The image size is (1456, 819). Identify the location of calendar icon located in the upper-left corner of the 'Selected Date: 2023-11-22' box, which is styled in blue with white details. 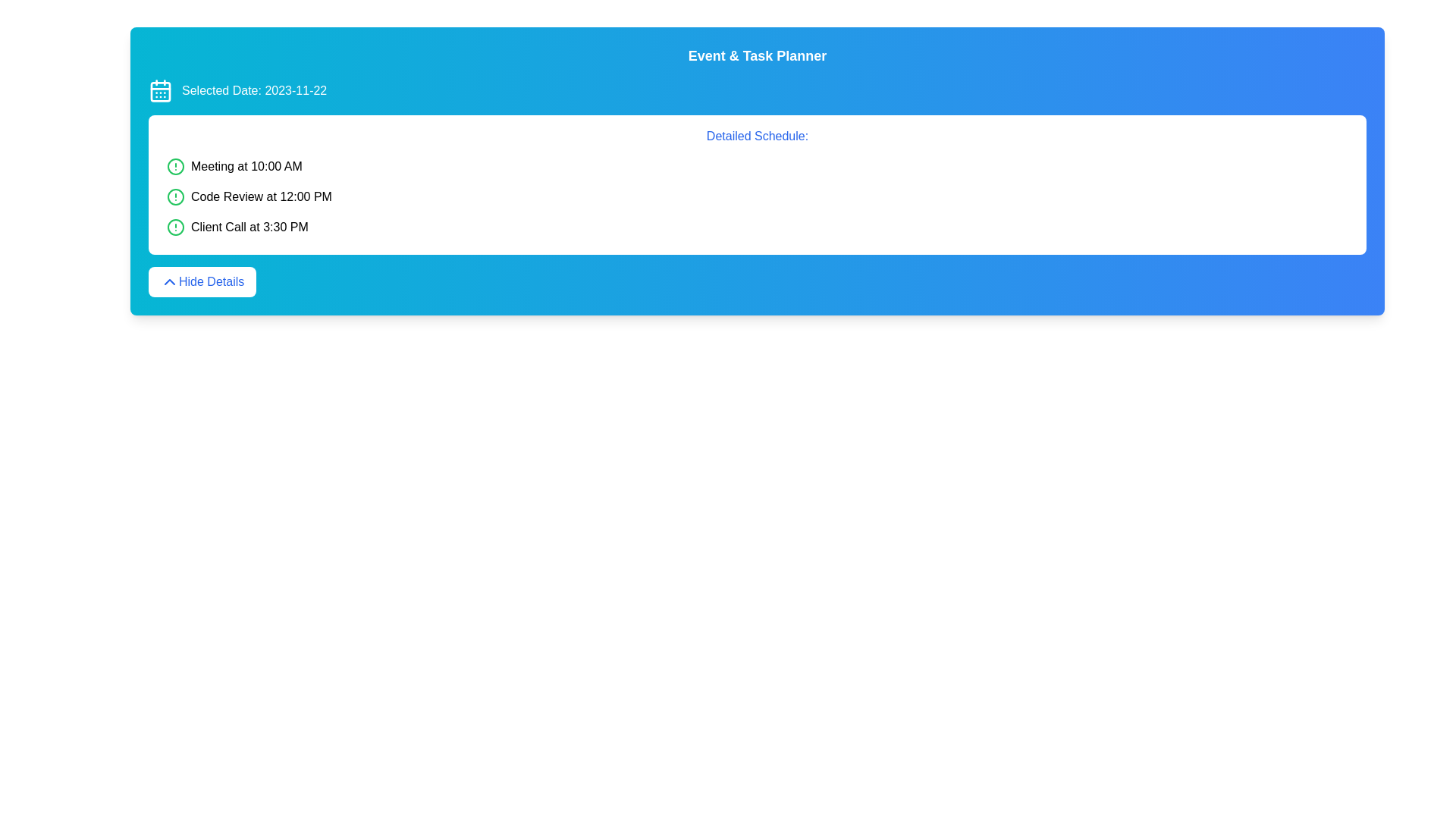
(160, 90).